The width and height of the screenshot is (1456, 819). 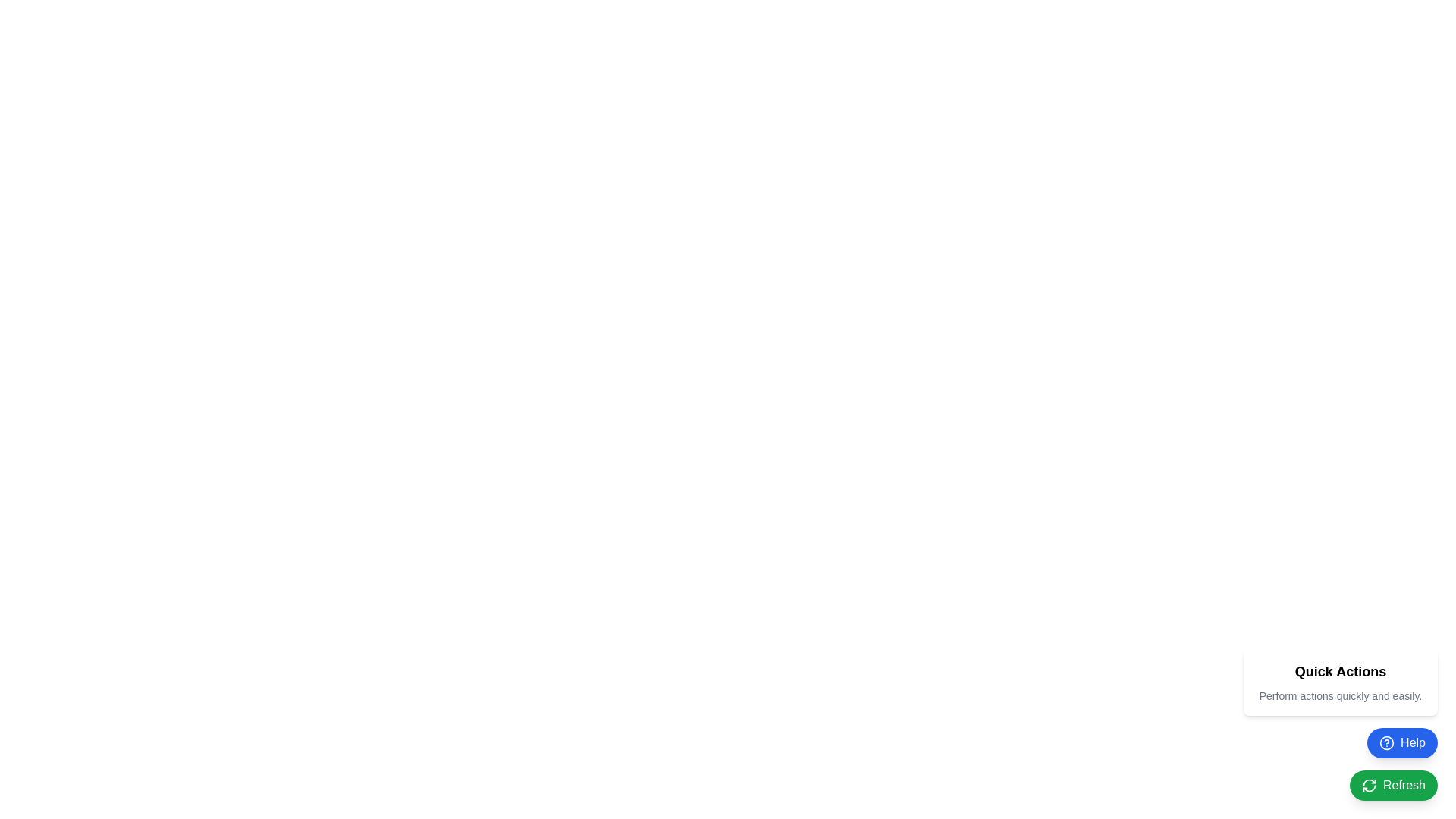 I want to click on the circular graphical element that is part of the help icon located adjacent to the 'Help' button, so click(x=1387, y=742).